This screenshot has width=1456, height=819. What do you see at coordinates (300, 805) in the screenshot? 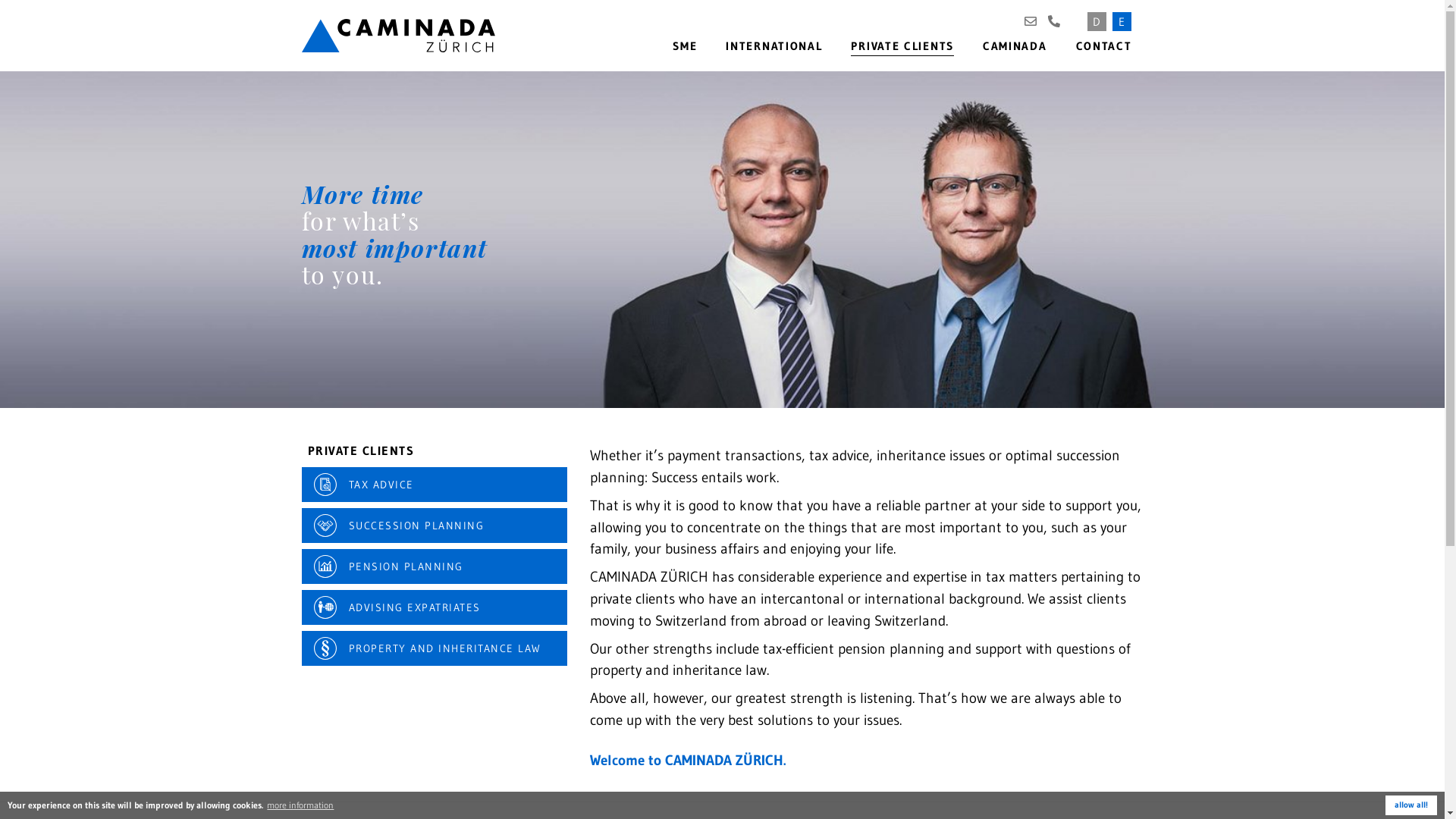
I see `'more information'` at bounding box center [300, 805].